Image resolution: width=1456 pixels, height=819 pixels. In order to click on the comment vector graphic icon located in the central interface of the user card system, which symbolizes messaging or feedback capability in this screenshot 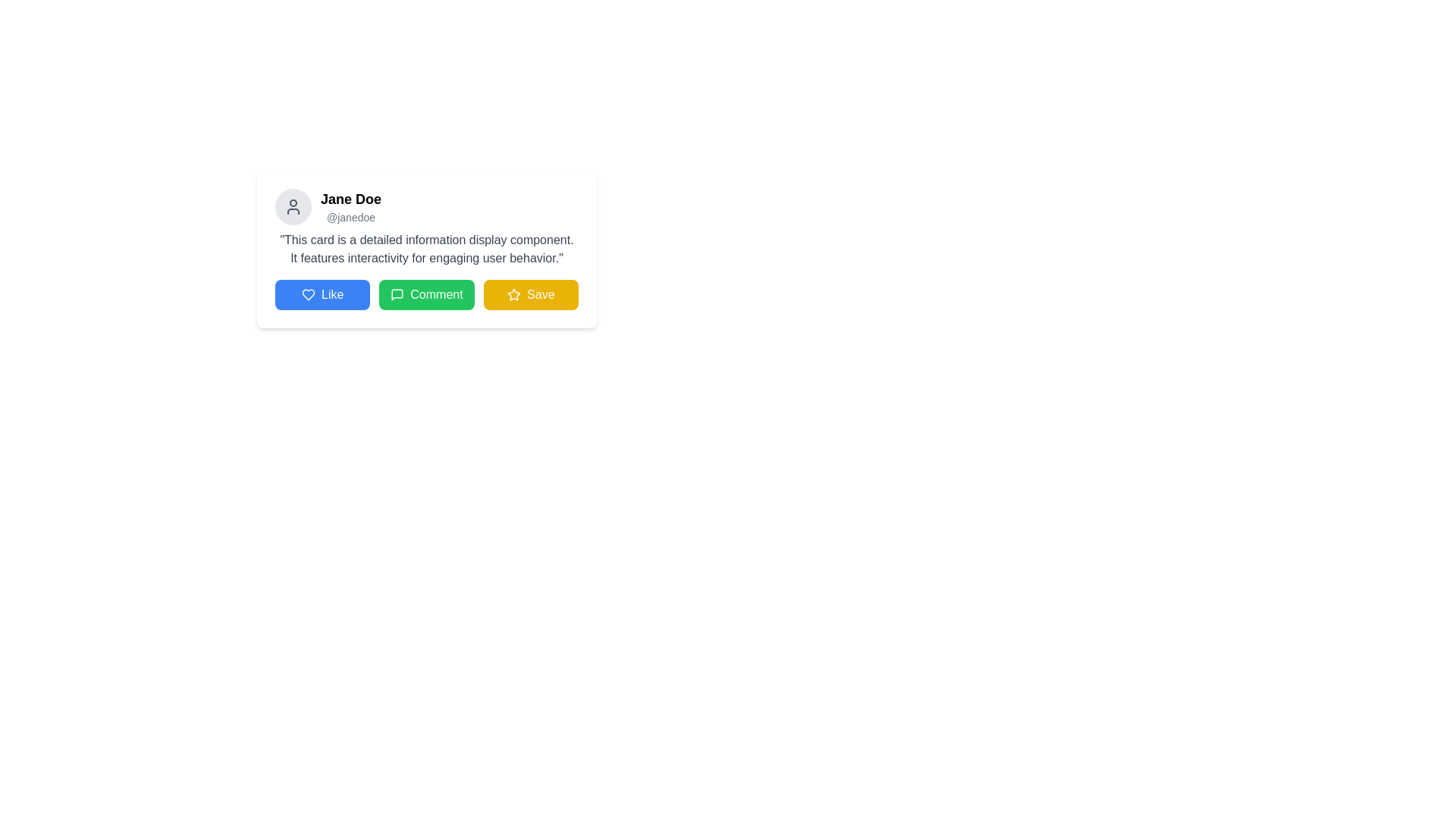, I will do `click(397, 295)`.